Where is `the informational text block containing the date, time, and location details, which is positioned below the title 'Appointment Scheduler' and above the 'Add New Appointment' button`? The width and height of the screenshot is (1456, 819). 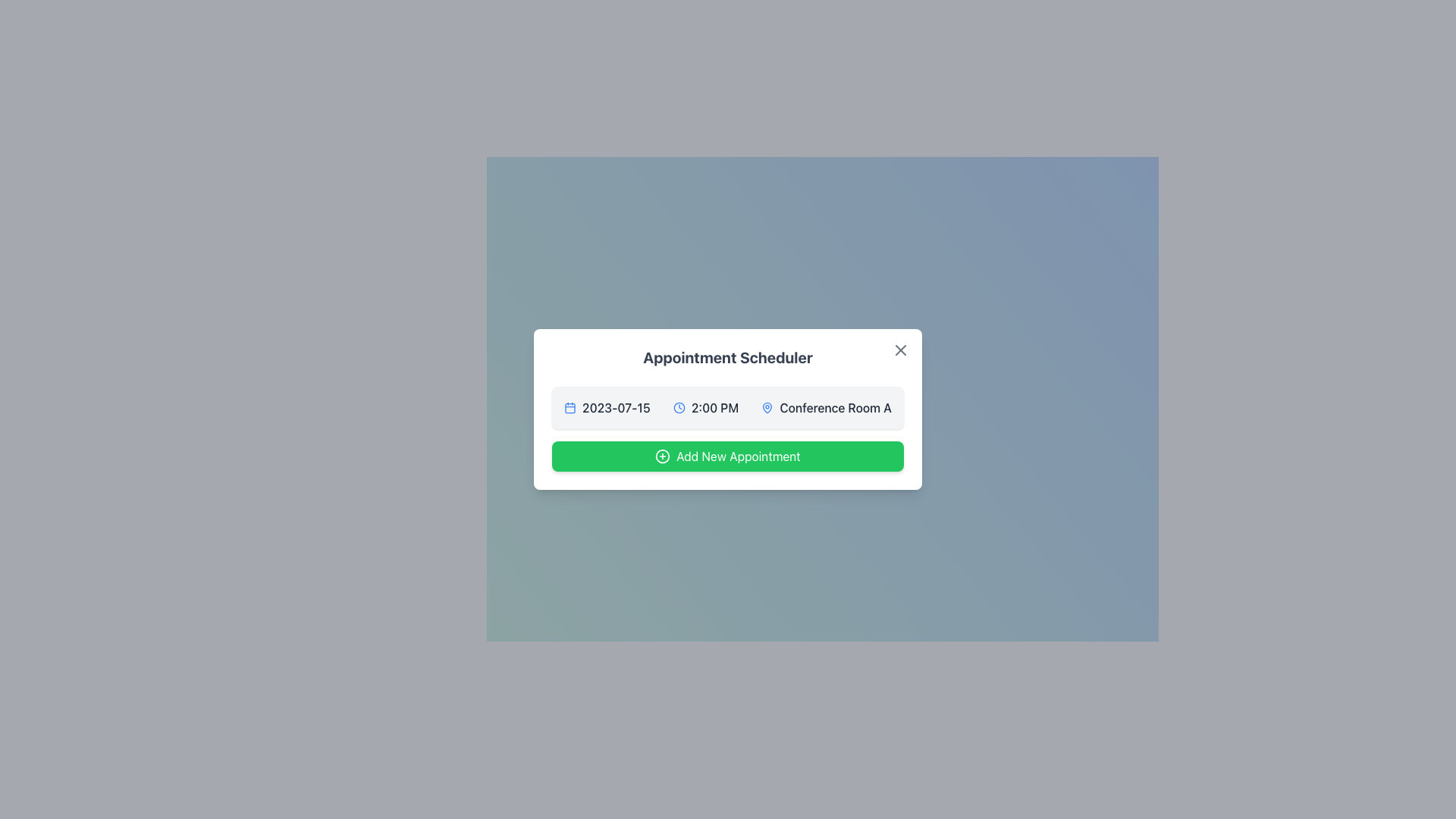 the informational text block containing the date, time, and location details, which is positioned below the title 'Appointment Scheduler' and above the 'Add New Appointment' button is located at coordinates (728, 406).